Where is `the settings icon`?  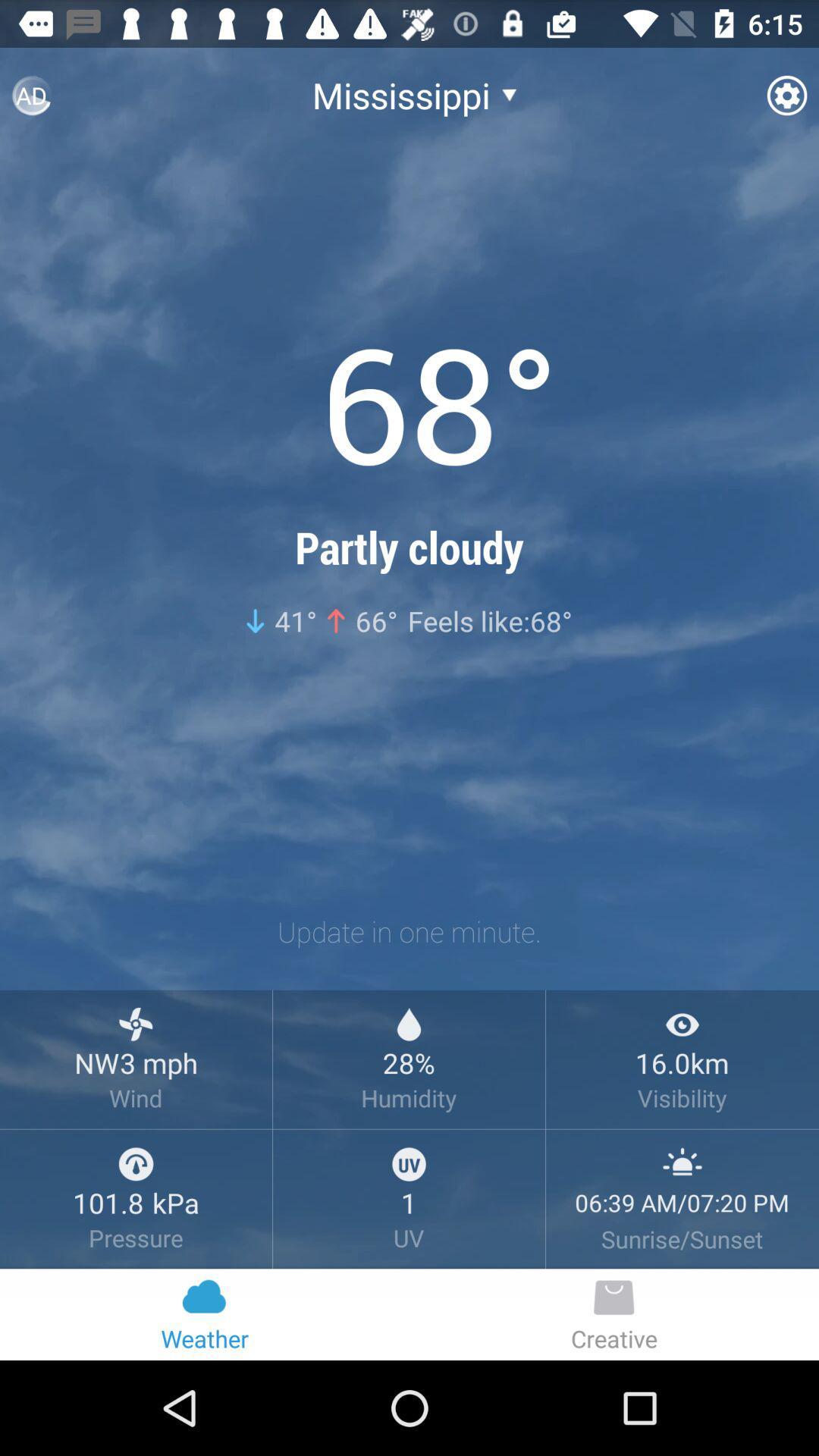 the settings icon is located at coordinates (786, 101).